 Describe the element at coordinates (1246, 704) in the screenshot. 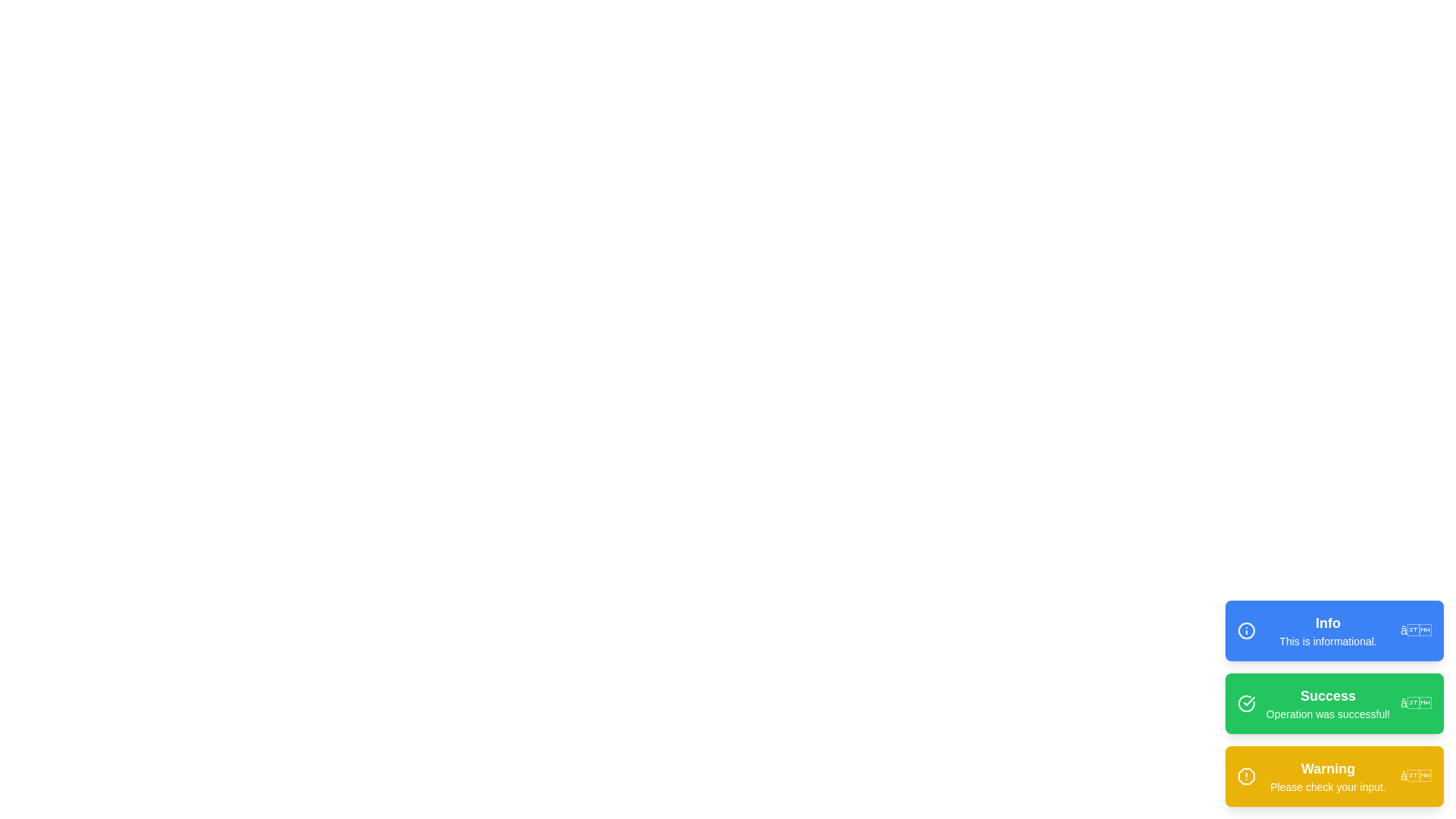

I see `the success confirmation icon located in the green 'Success' section of the interface` at that location.